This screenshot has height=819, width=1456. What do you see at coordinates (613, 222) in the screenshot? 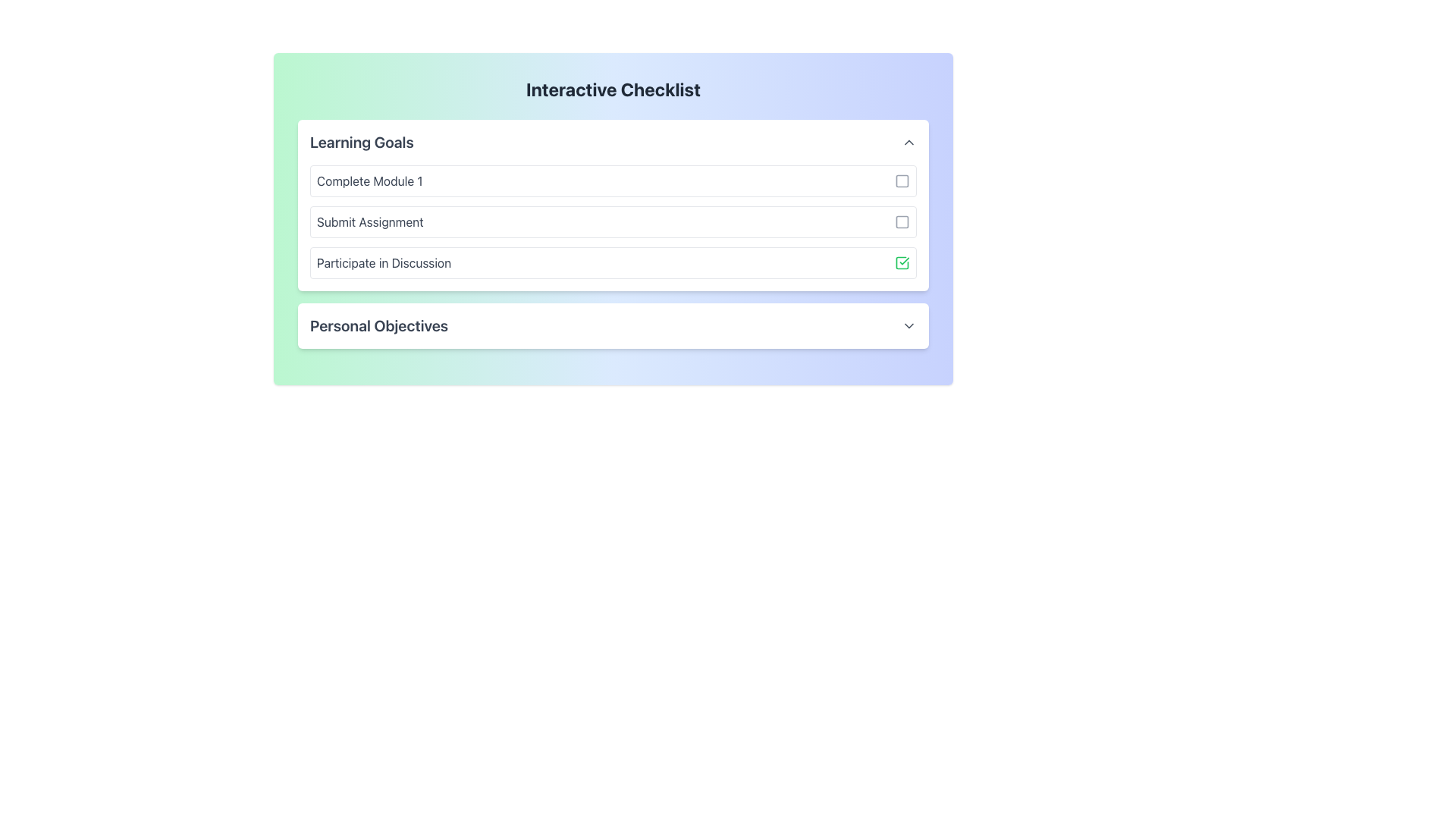
I see `the interactive list item for the task 'Submit Assignment' in the checklist interface` at bounding box center [613, 222].